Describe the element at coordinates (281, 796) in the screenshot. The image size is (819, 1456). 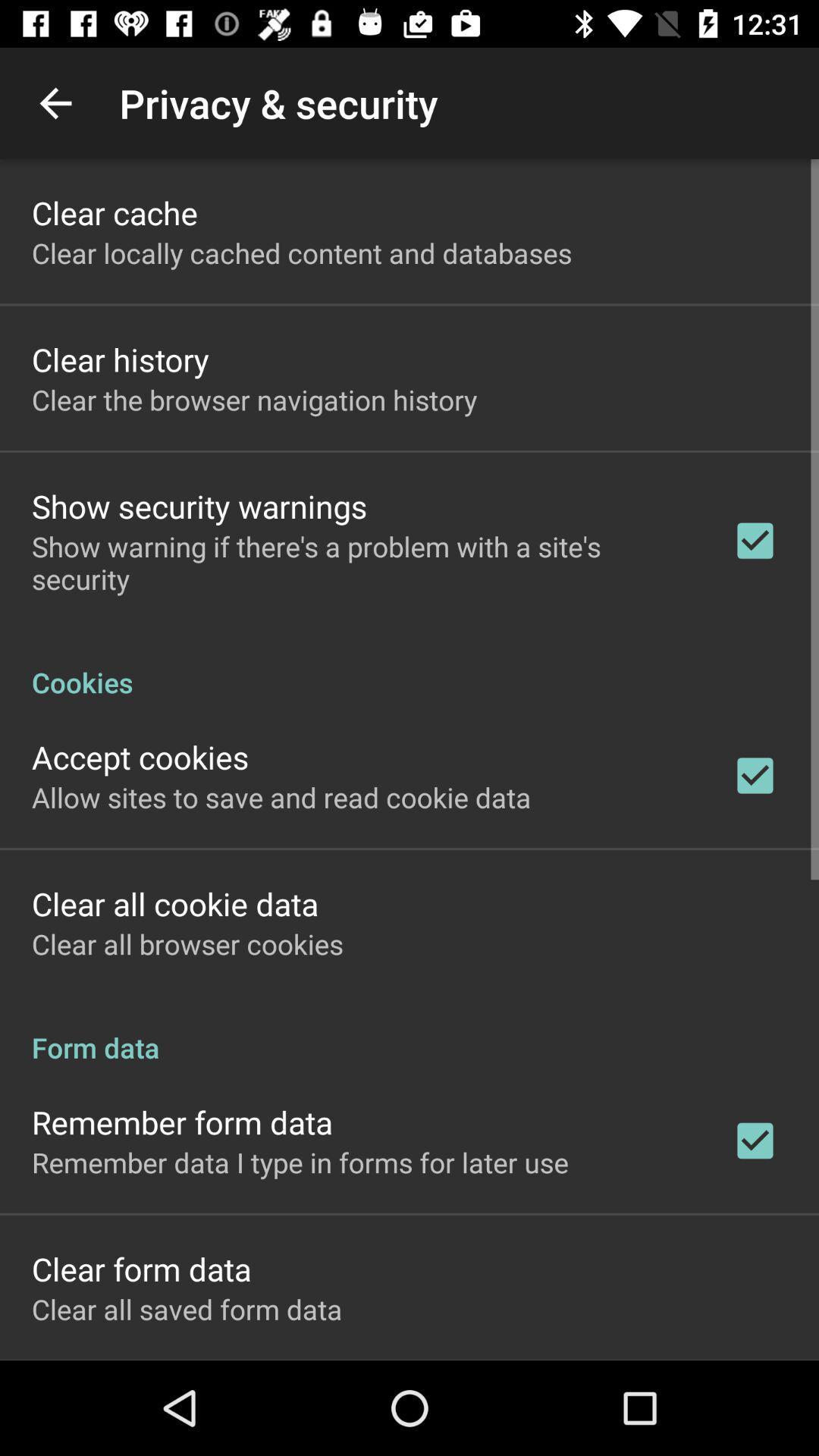
I see `icon above the clear all cookie icon` at that location.